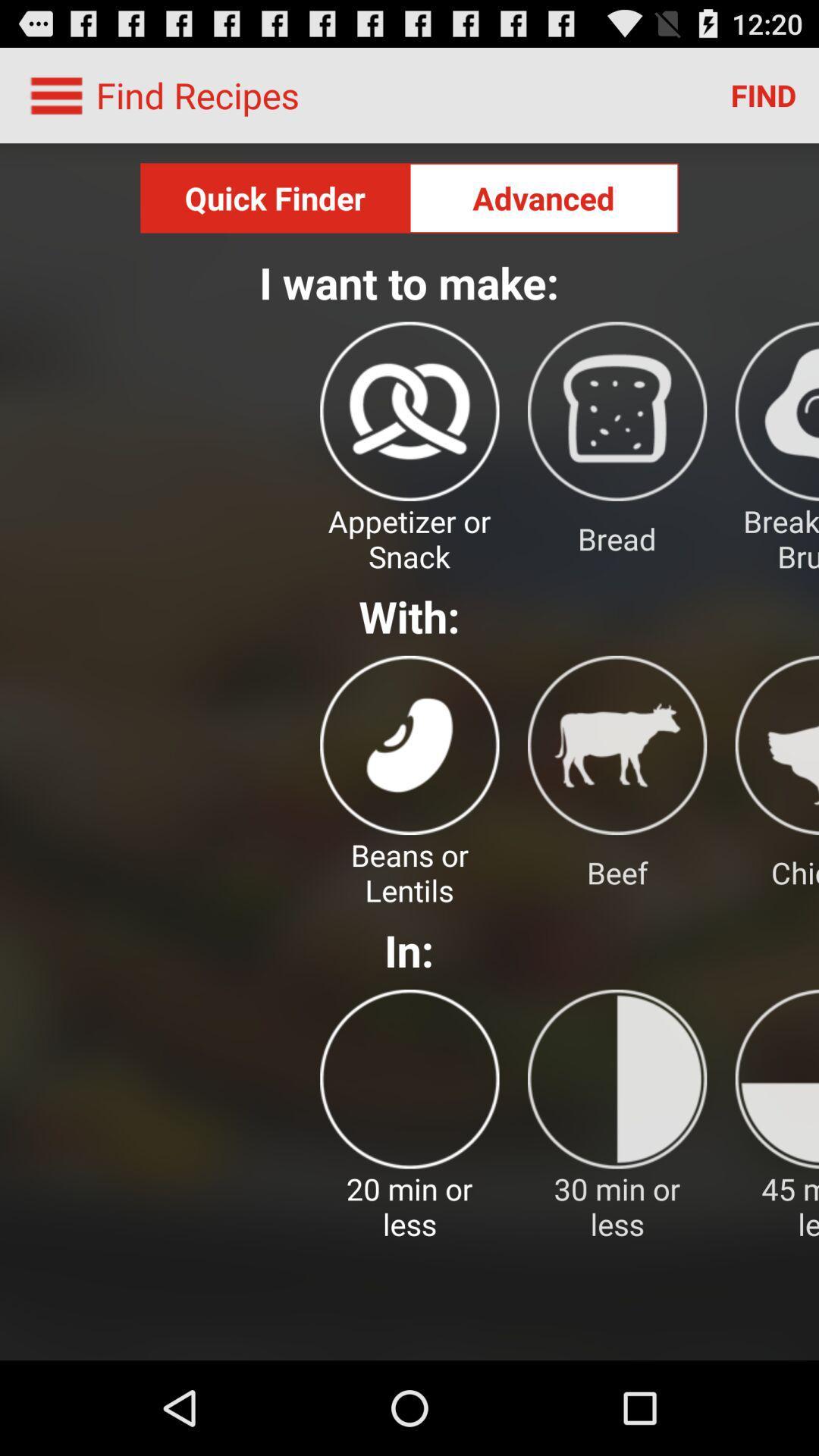 The height and width of the screenshot is (1456, 819). What do you see at coordinates (275, 197) in the screenshot?
I see `the button to the left of advanced icon` at bounding box center [275, 197].